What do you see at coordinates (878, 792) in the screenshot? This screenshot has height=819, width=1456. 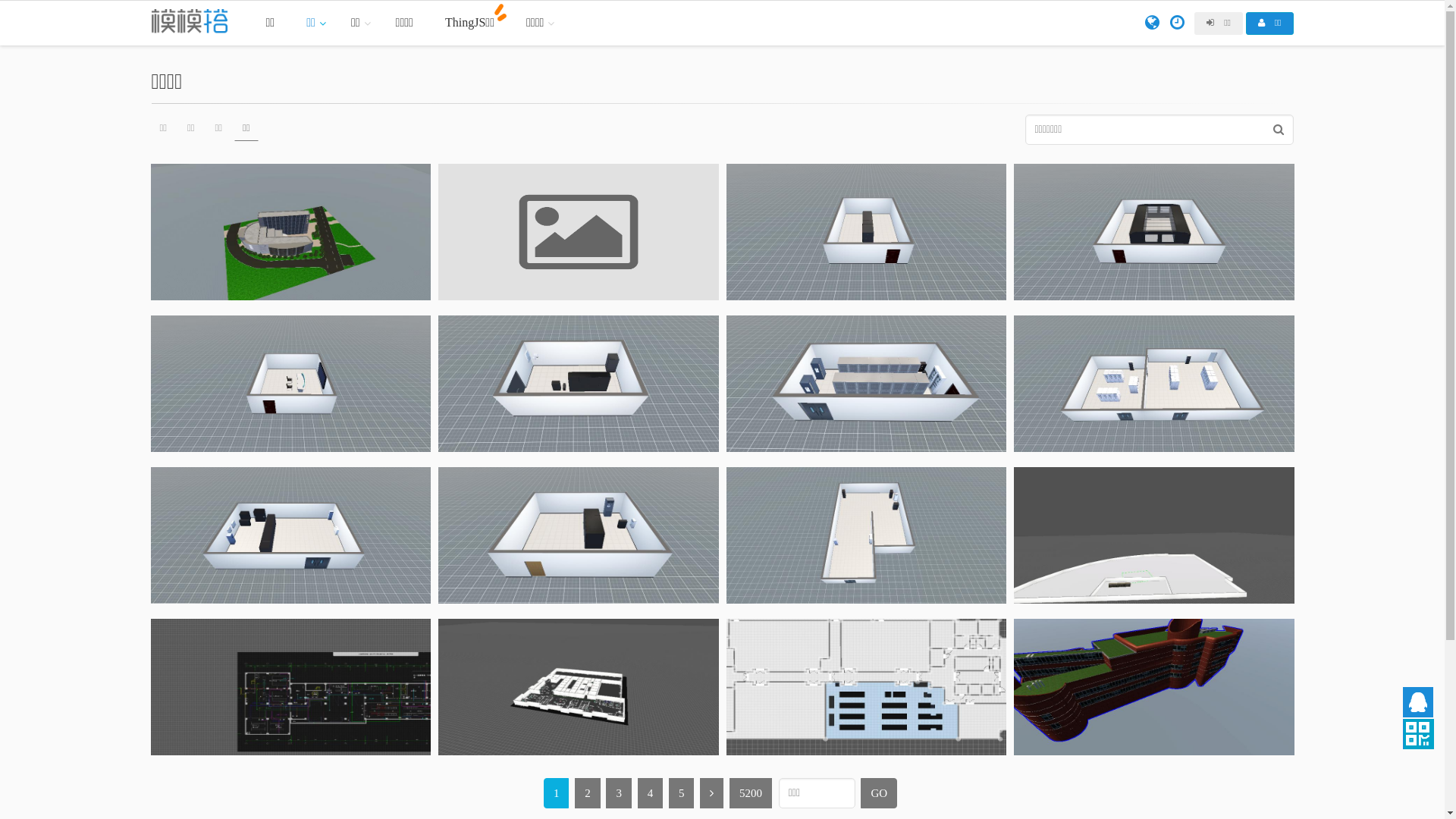 I see `'GO'` at bounding box center [878, 792].